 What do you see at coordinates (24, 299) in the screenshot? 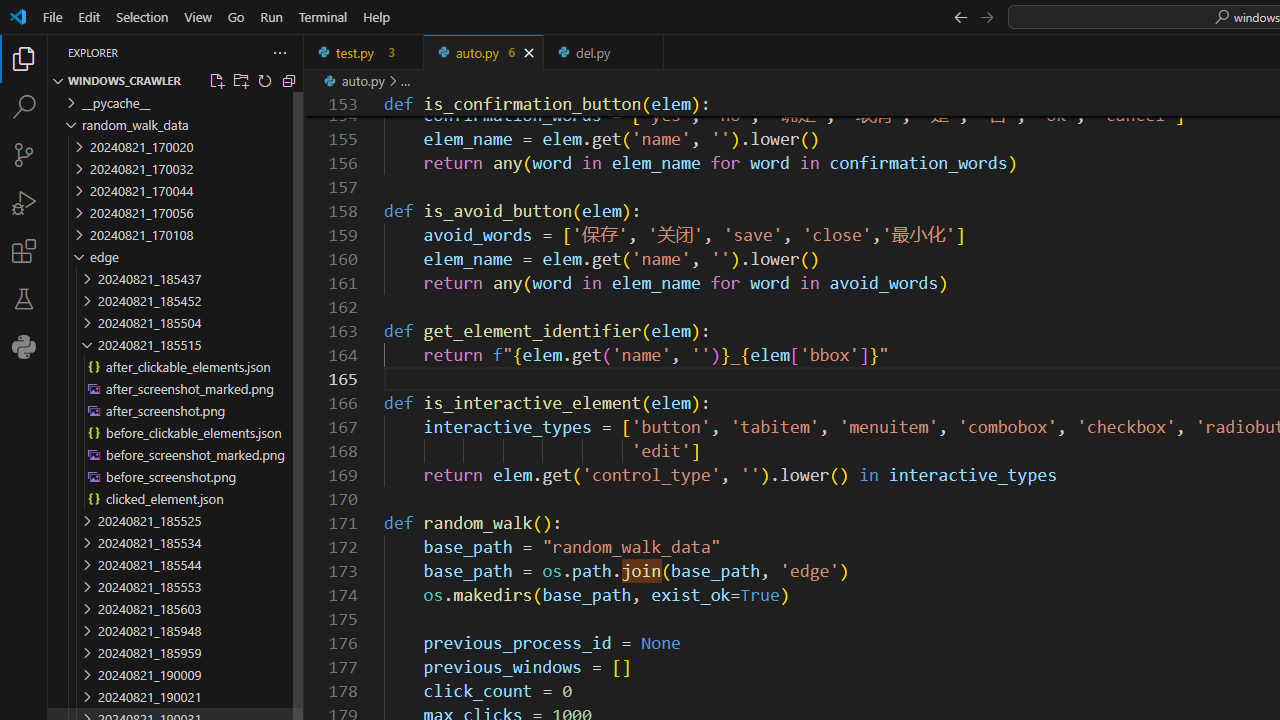
I see `'Testing'` at bounding box center [24, 299].